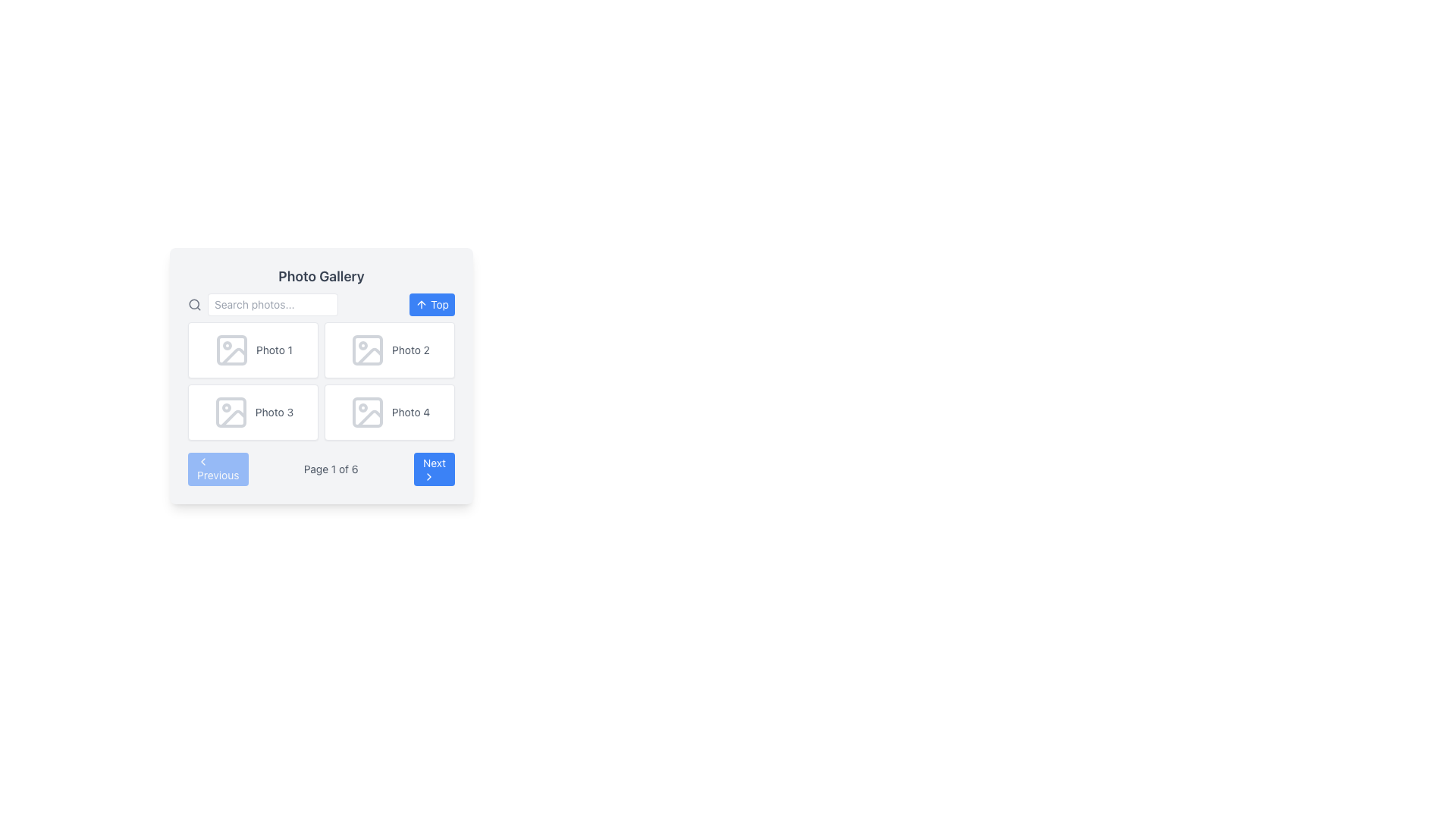 The height and width of the screenshot is (819, 1456). What do you see at coordinates (428, 475) in the screenshot?
I see `the 'Next' button containing the rightward chevron icon to proceed to the next page` at bounding box center [428, 475].